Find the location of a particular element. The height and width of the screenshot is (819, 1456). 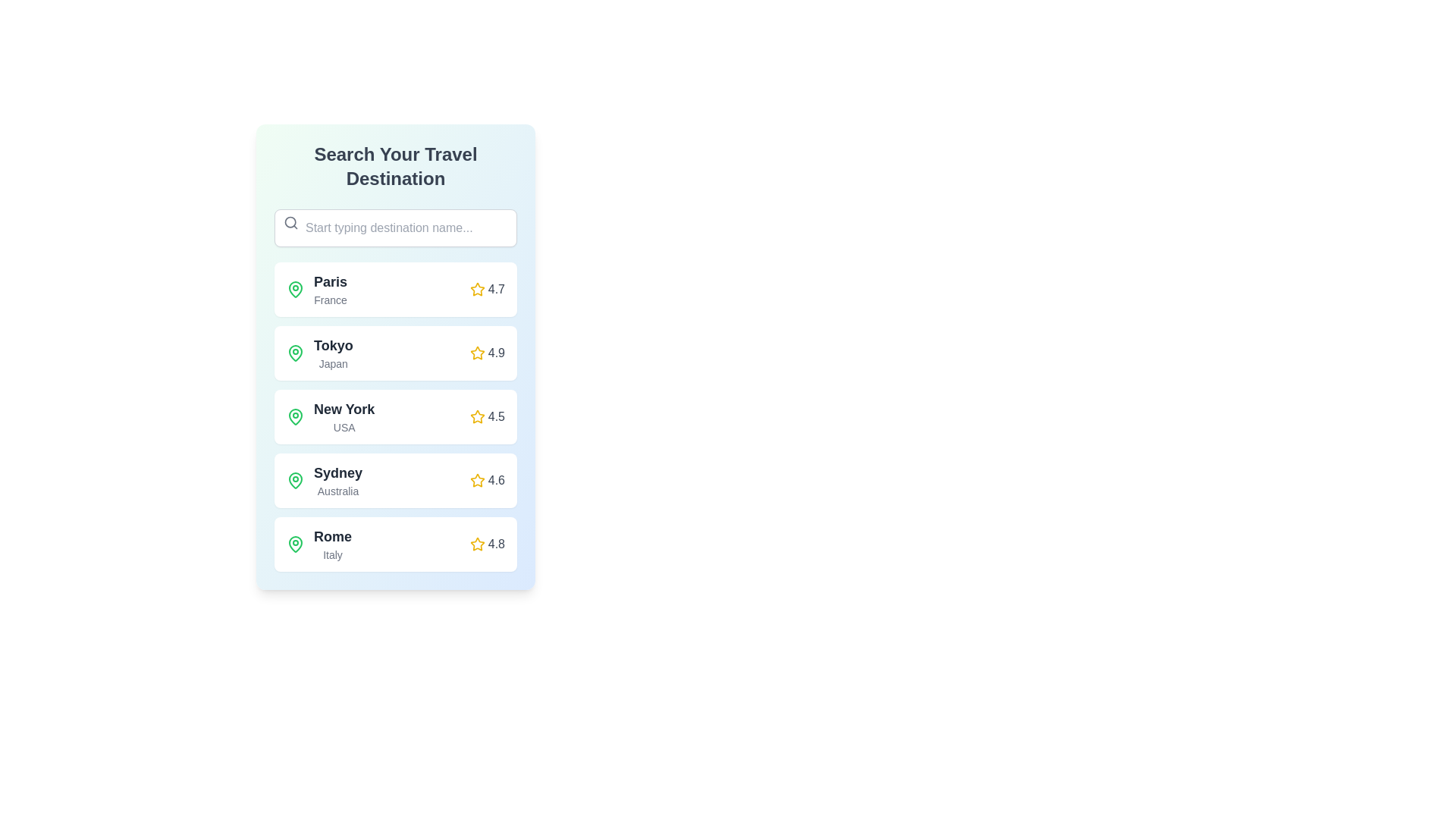

the destination card for 'New York, USA' with a light blue background is located at coordinates (396, 417).